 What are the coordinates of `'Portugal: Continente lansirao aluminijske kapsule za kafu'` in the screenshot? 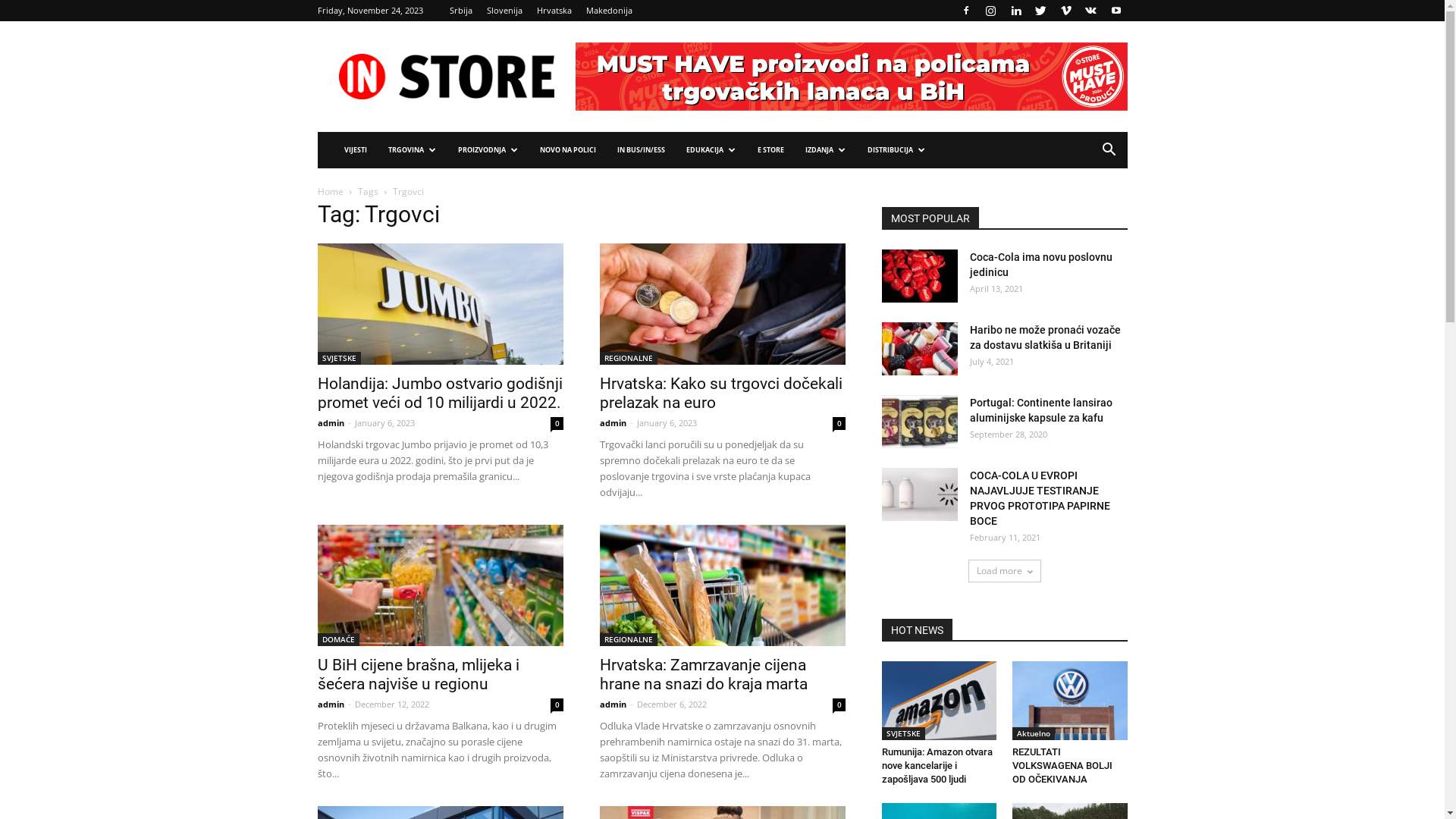 It's located at (968, 409).